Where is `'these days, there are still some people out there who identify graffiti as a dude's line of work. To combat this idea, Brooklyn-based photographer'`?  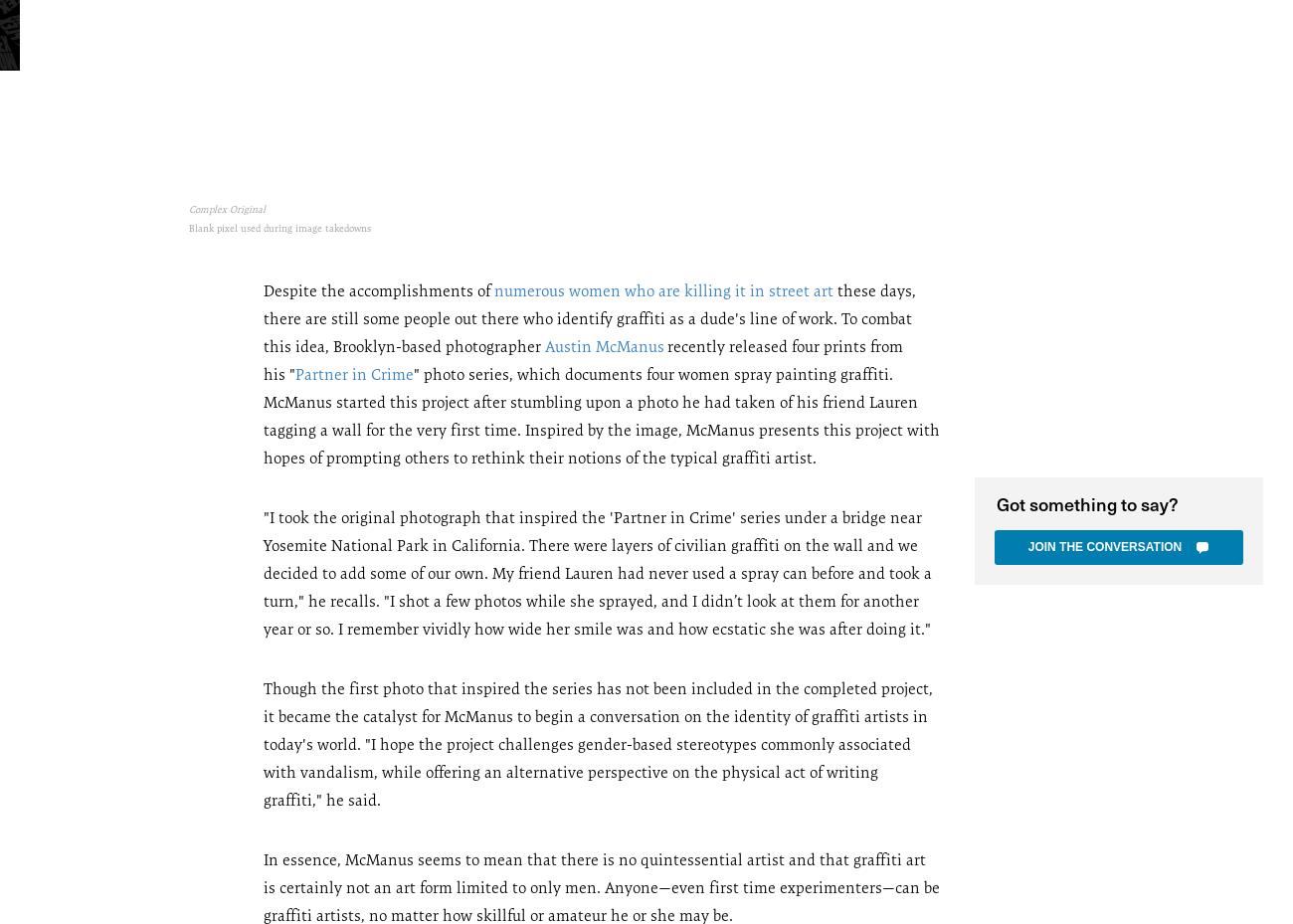 'these days, there are still some people out there who identify graffiti as a dude's line of work. To combat this idea, Brooklyn-based photographer' is located at coordinates (589, 317).